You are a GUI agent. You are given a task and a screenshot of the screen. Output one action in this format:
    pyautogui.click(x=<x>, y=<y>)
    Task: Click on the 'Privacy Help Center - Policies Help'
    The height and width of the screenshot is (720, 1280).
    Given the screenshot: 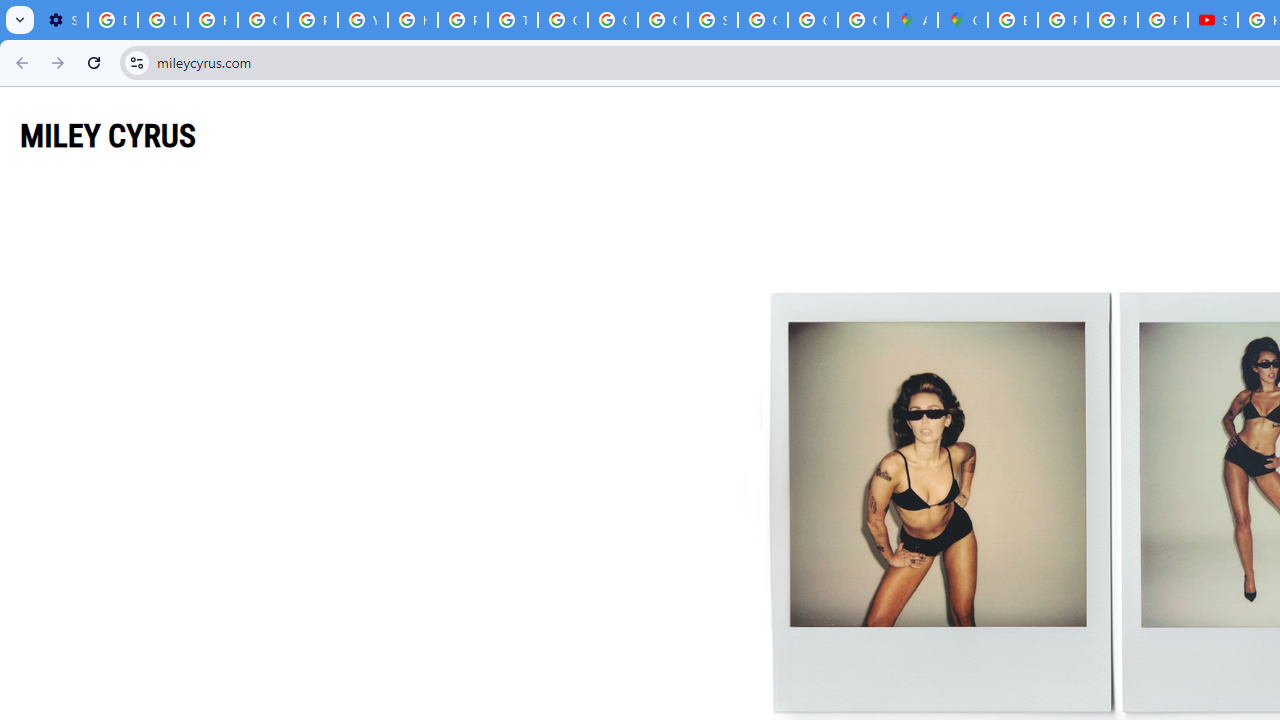 What is the action you would take?
    pyautogui.click(x=1062, y=20)
    